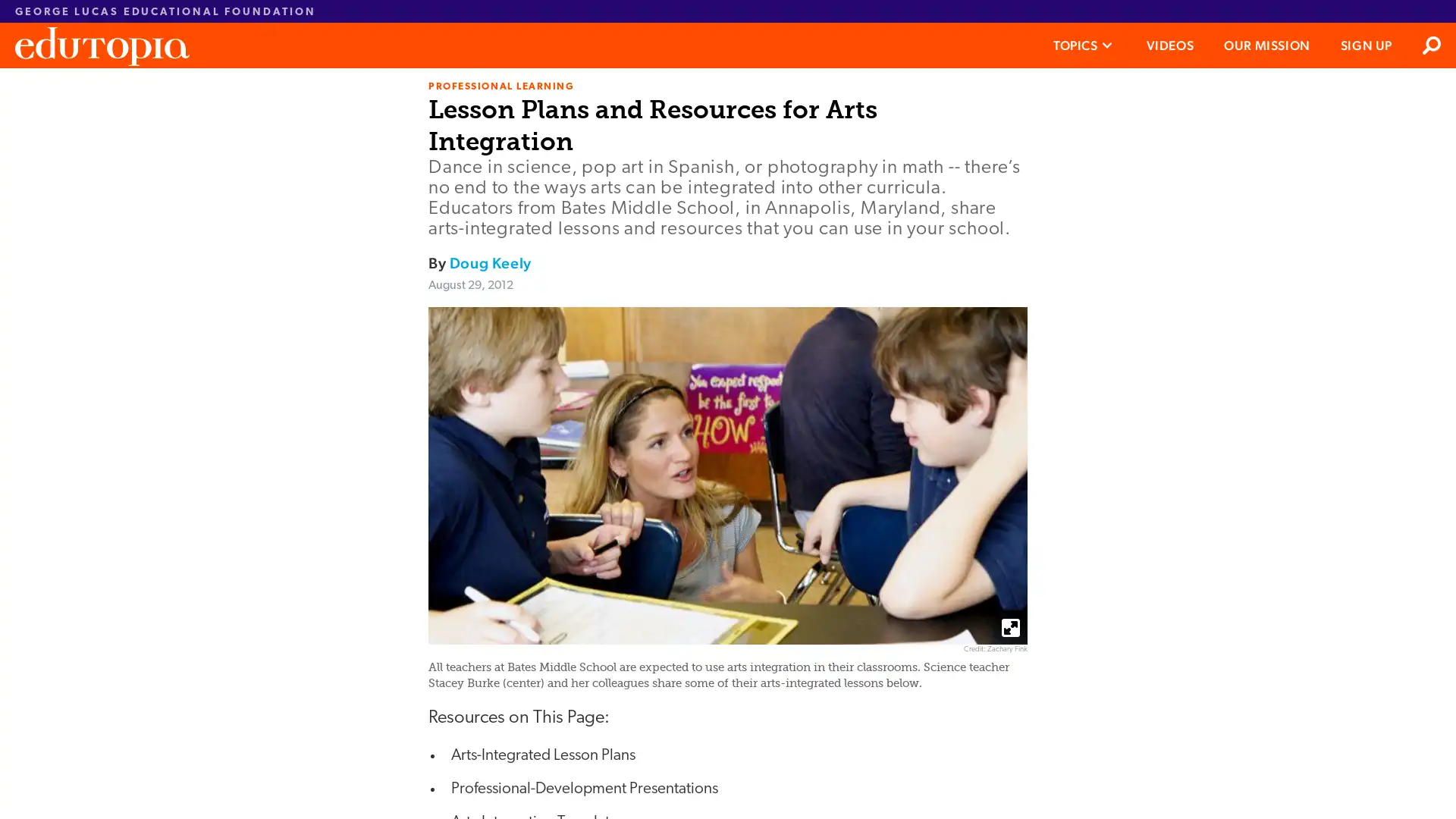 Image resolution: width=1456 pixels, height=819 pixels. What do you see at coordinates (613, 394) in the screenshot?
I see `Let's get started` at bounding box center [613, 394].